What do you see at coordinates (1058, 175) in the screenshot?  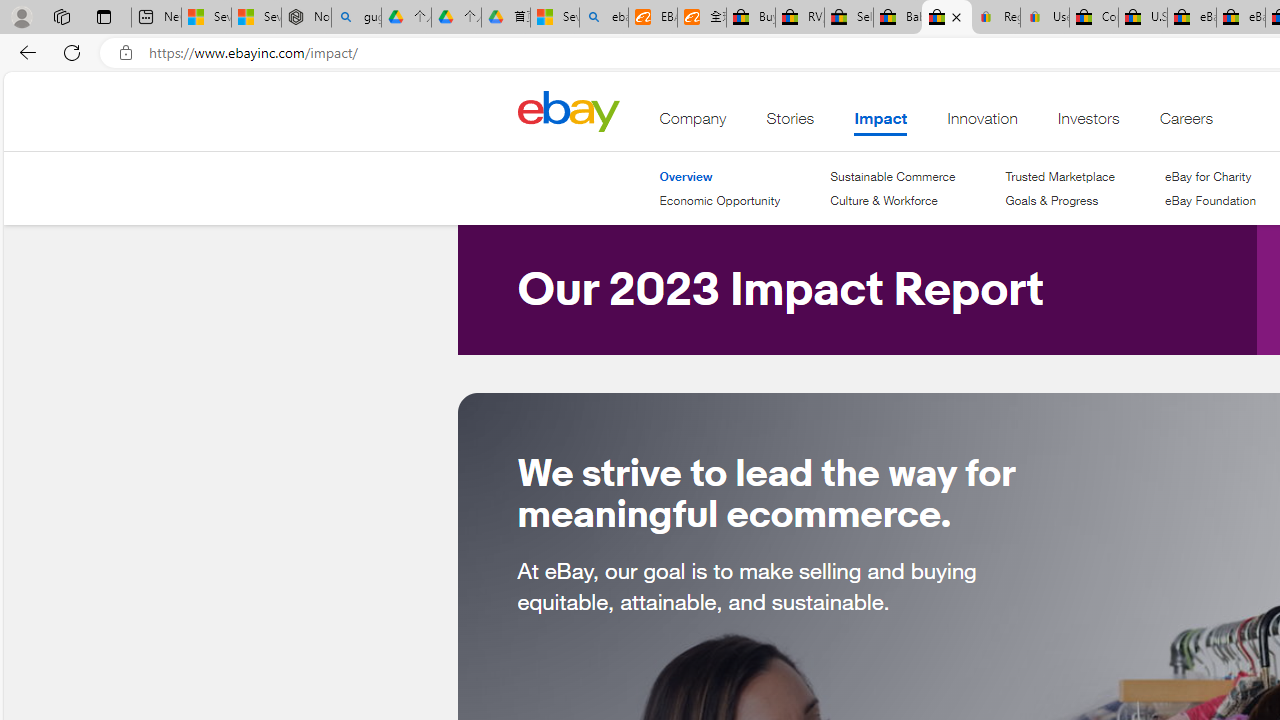 I see `'Trusted Marketplace'` at bounding box center [1058, 175].